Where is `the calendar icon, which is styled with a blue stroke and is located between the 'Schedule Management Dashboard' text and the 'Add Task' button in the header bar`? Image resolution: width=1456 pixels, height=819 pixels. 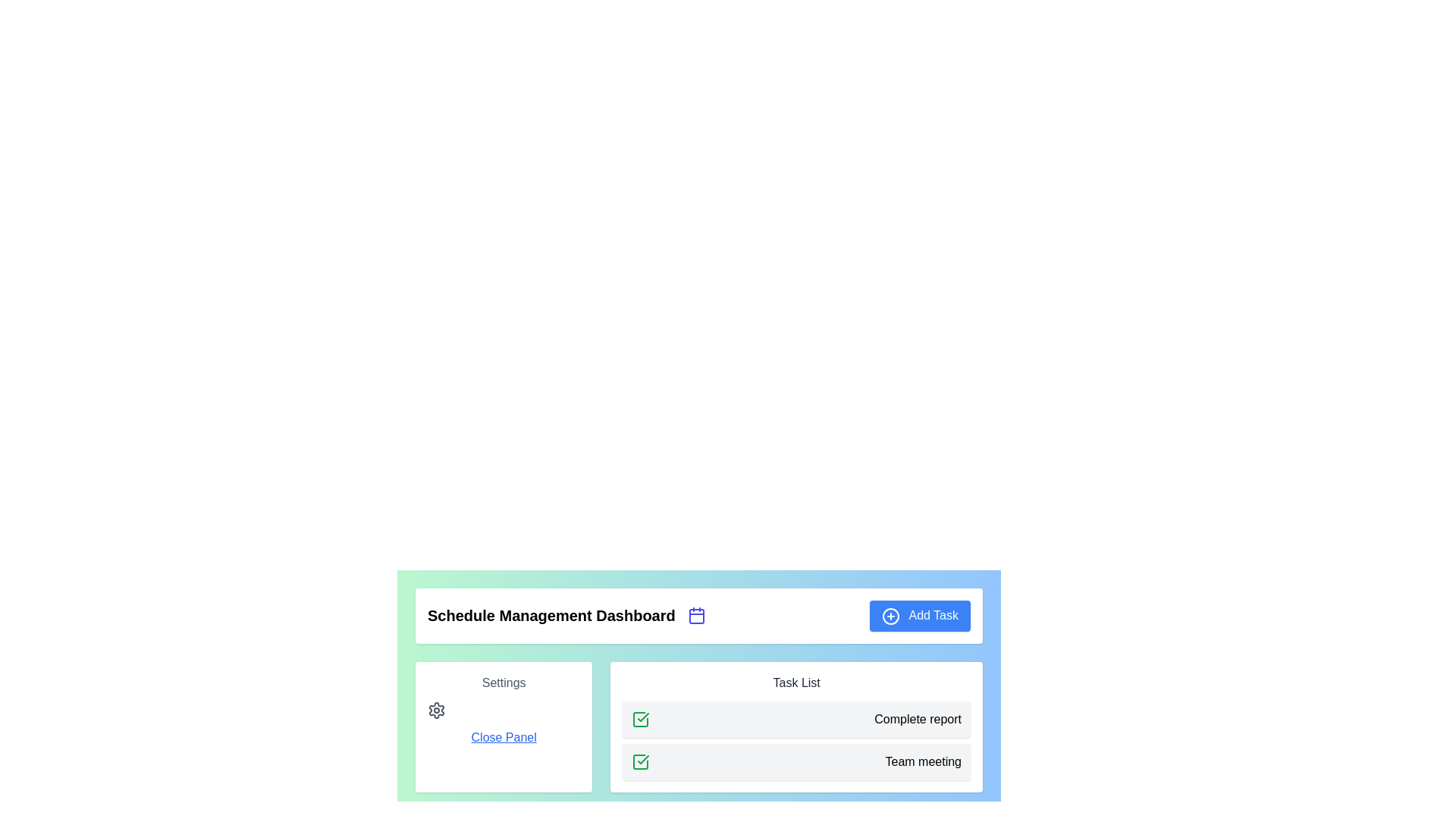 the calendar icon, which is styled with a blue stroke and is located between the 'Schedule Management Dashboard' text and the 'Add Task' button in the header bar is located at coordinates (695, 616).